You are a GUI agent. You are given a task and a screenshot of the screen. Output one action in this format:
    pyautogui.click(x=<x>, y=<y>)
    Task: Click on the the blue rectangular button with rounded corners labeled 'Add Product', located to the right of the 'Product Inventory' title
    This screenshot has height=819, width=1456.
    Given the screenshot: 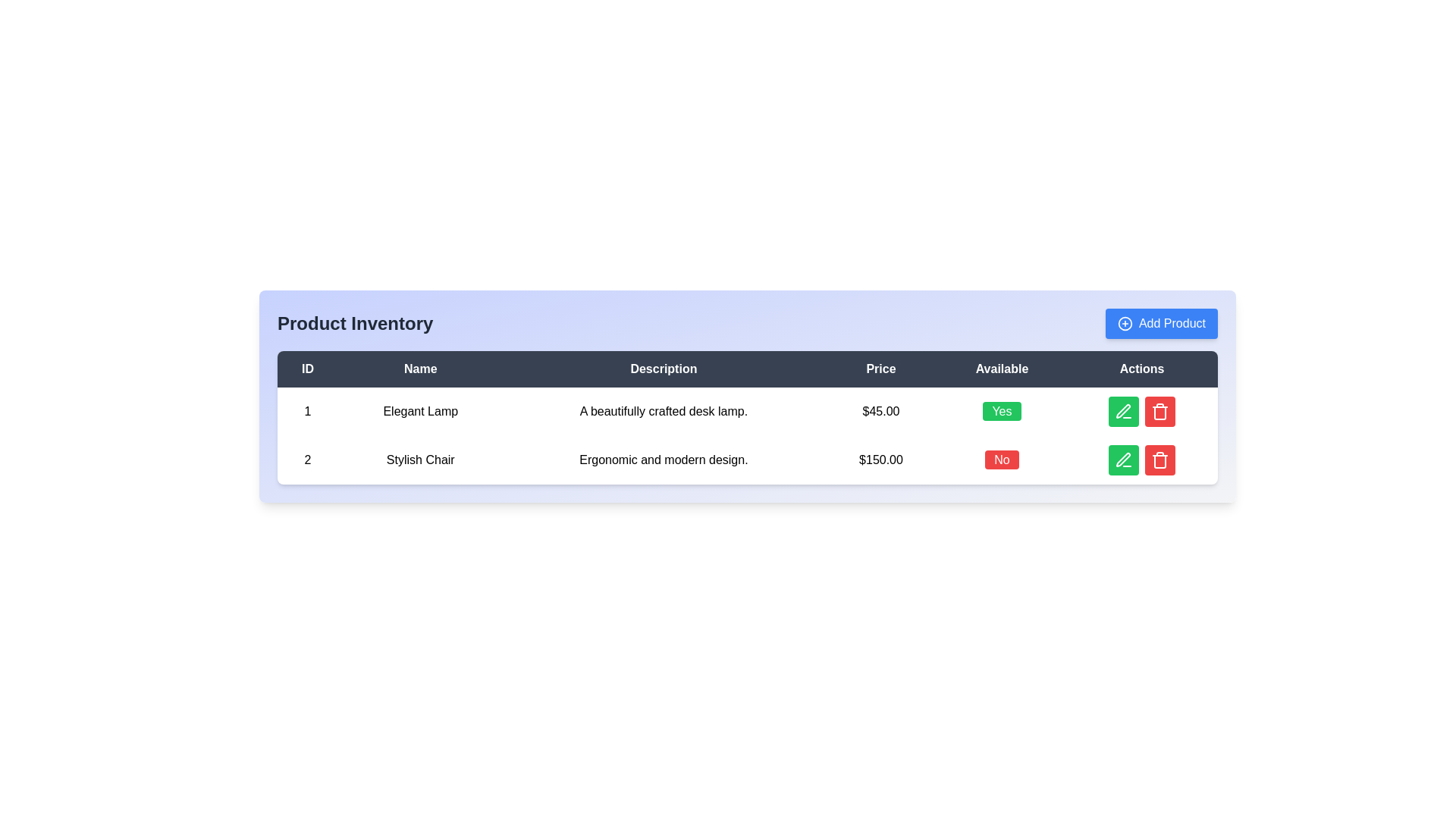 What is the action you would take?
    pyautogui.click(x=1160, y=323)
    